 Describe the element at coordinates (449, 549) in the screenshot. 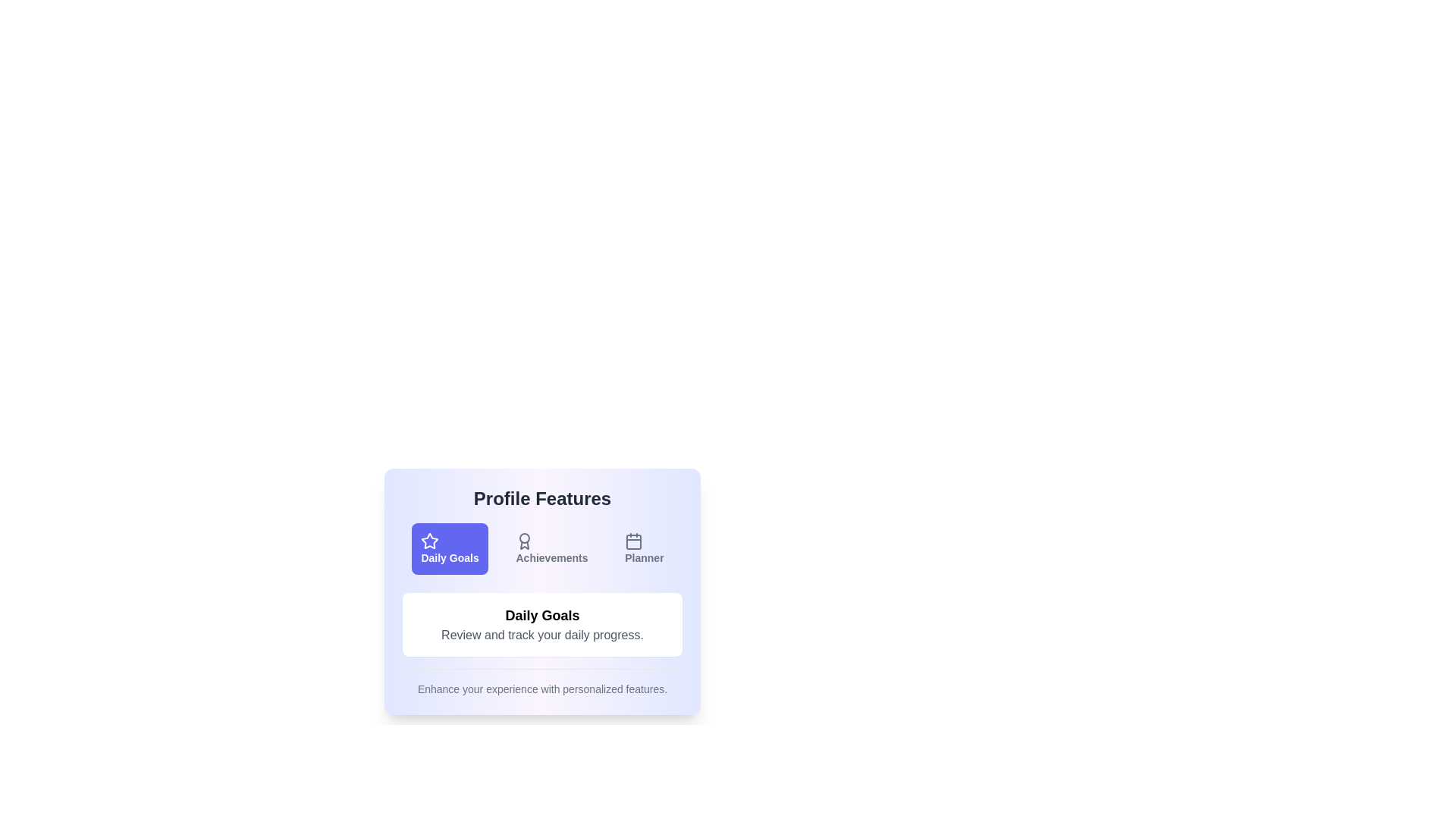

I see `the button labeled Daily Goals to observe its hover effect` at that location.